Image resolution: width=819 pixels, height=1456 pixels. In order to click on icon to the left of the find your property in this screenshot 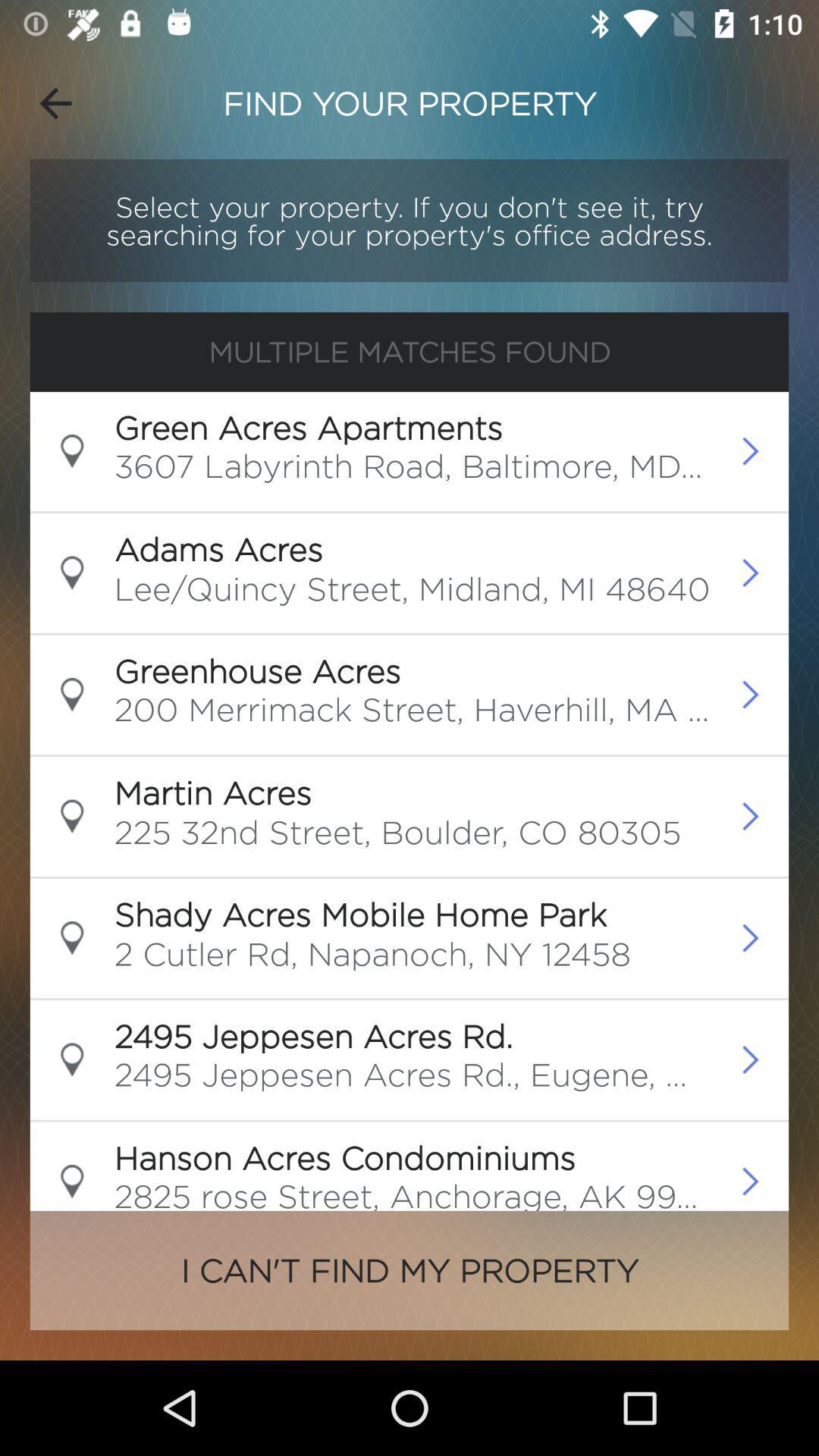, I will do `click(55, 102)`.